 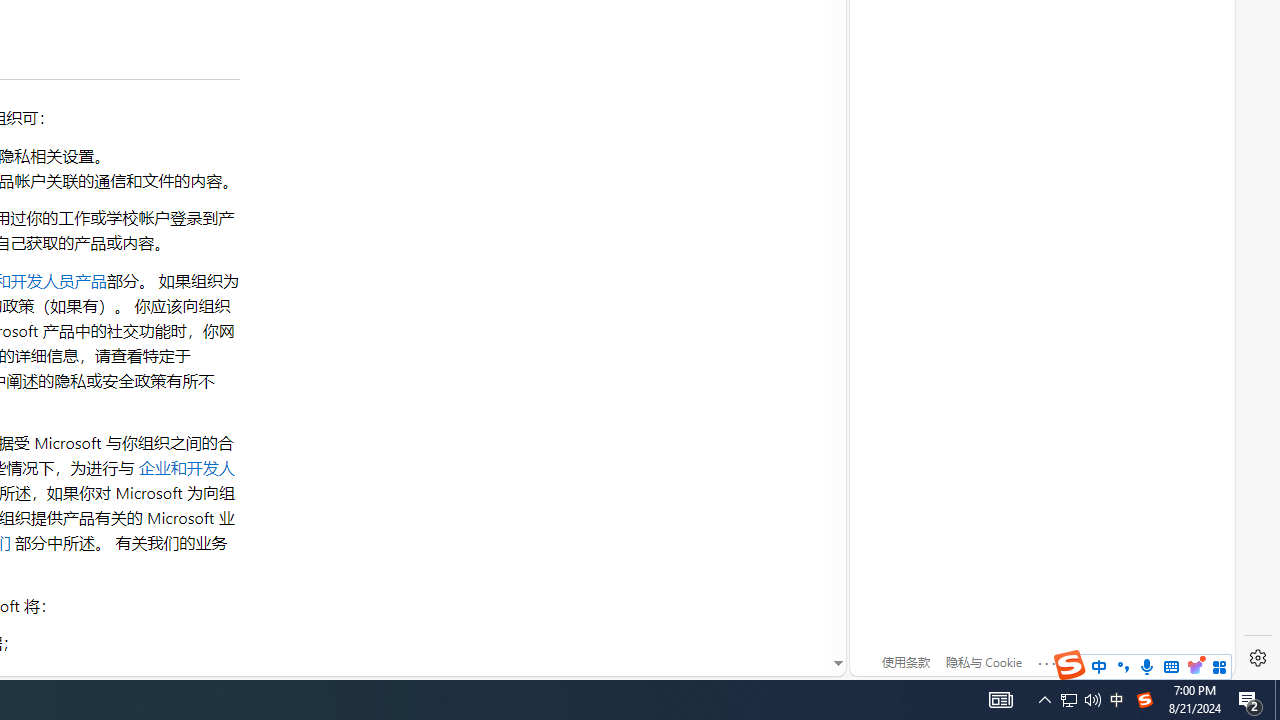 What do you see at coordinates (1257, 658) in the screenshot?
I see `'Settings'` at bounding box center [1257, 658].